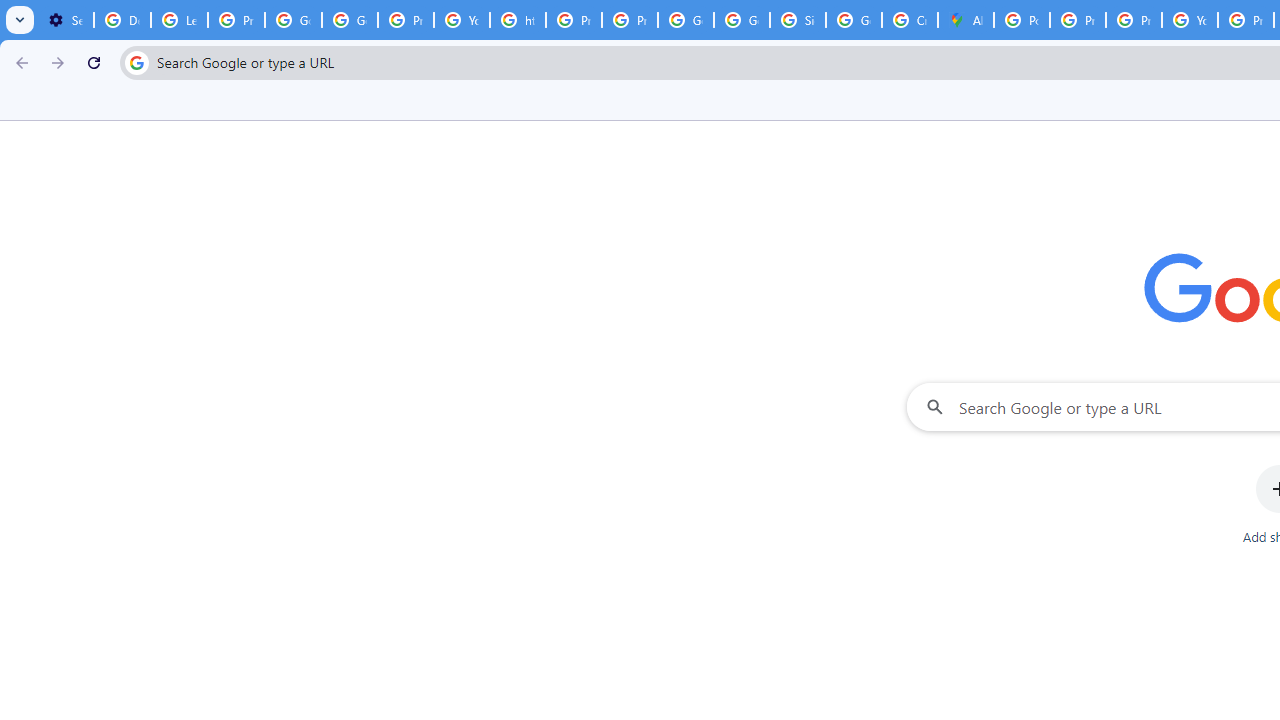 The width and height of the screenshot is (1280, 720). What do you see at coordinates (1076, 20) in the screenshot?
I see `'Privacy Help Center - Policies Help'` at bounding box center [1076, 20].